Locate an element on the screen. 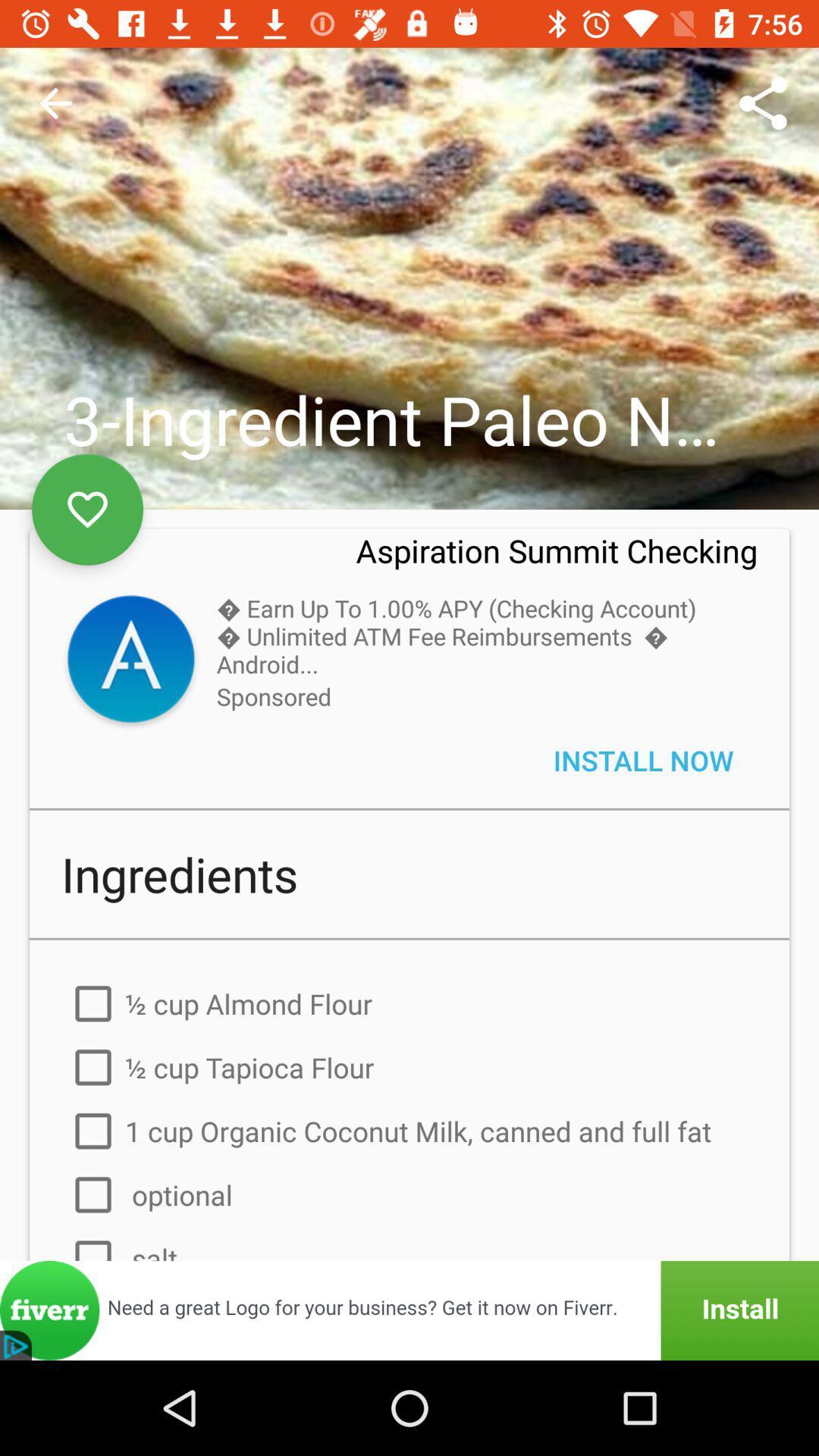 This screenshot has height=1456, width=819. the favorite icon is located at coordinates (87, 510).